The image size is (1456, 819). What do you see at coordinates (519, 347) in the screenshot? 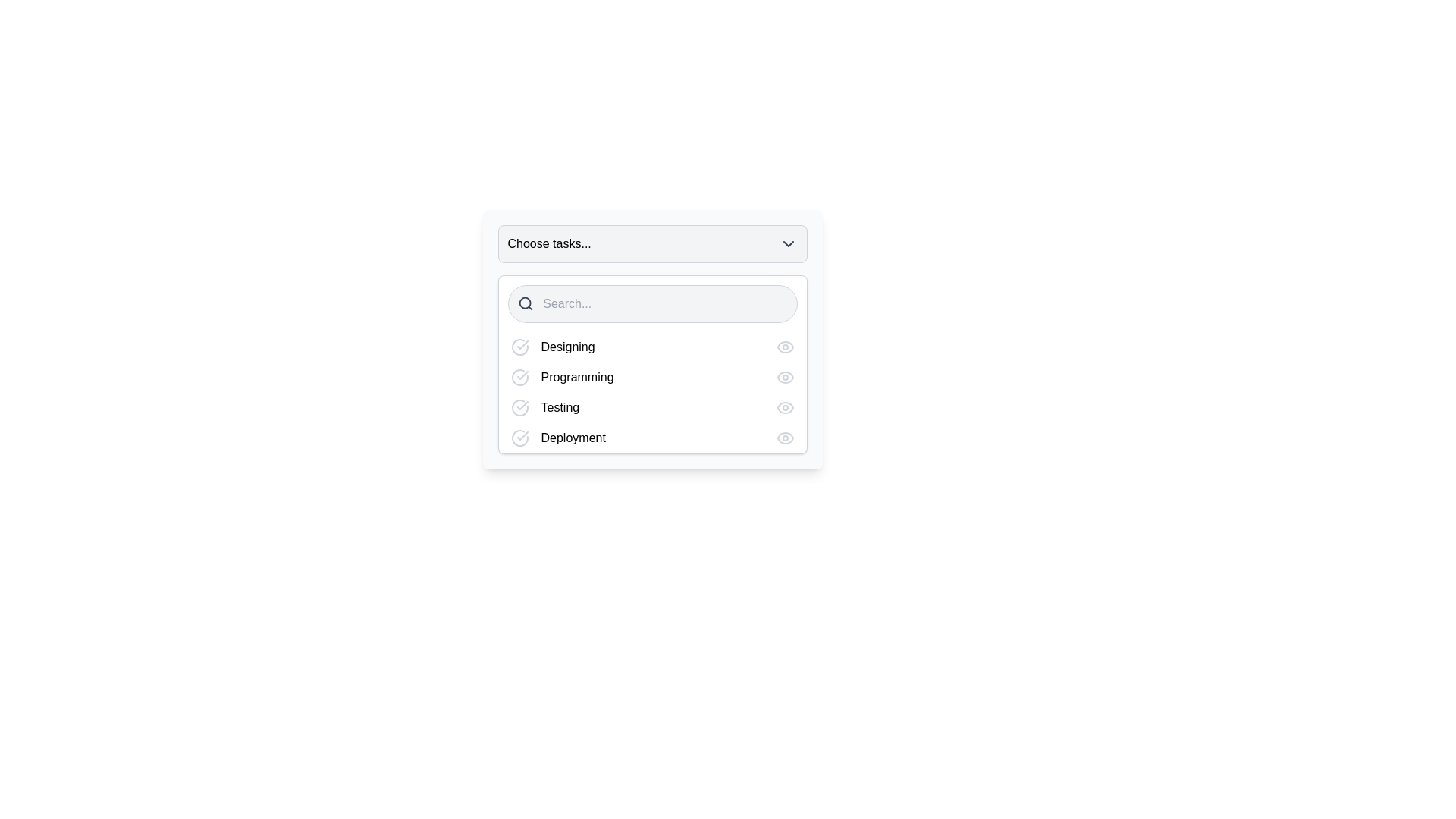
I see `the circular checkmark icon, which is light gray and located to the left of the text 'Designing' in the dropdown menu of tasks` at bounding box center [519, 347].